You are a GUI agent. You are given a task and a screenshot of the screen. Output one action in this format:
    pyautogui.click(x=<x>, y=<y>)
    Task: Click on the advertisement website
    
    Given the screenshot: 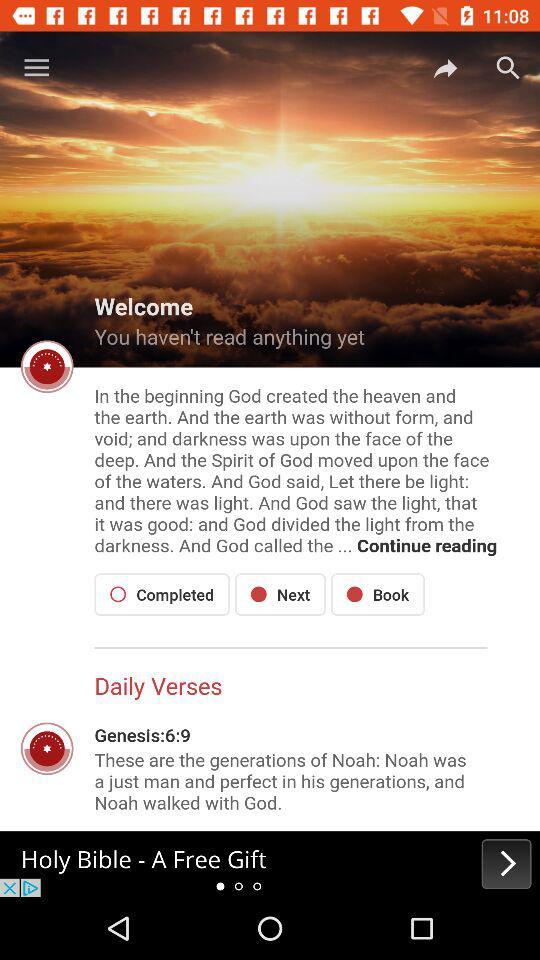 What is the action you would take?
    pyautogui.click(x=270, y=863)
    